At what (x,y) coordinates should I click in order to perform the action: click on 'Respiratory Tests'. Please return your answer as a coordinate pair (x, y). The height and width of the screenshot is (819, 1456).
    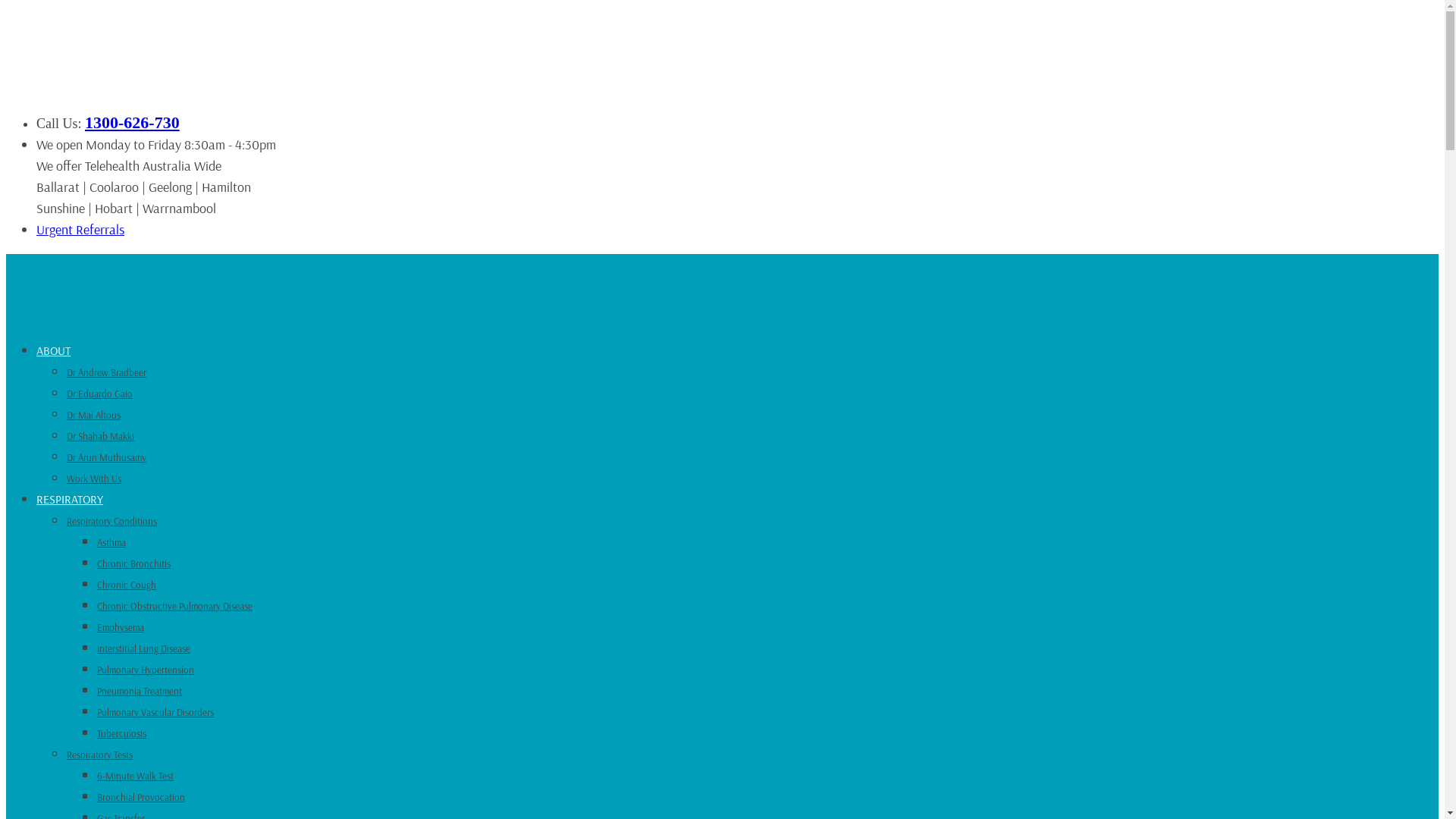
    Looking at the image, I should click on (99, 755).